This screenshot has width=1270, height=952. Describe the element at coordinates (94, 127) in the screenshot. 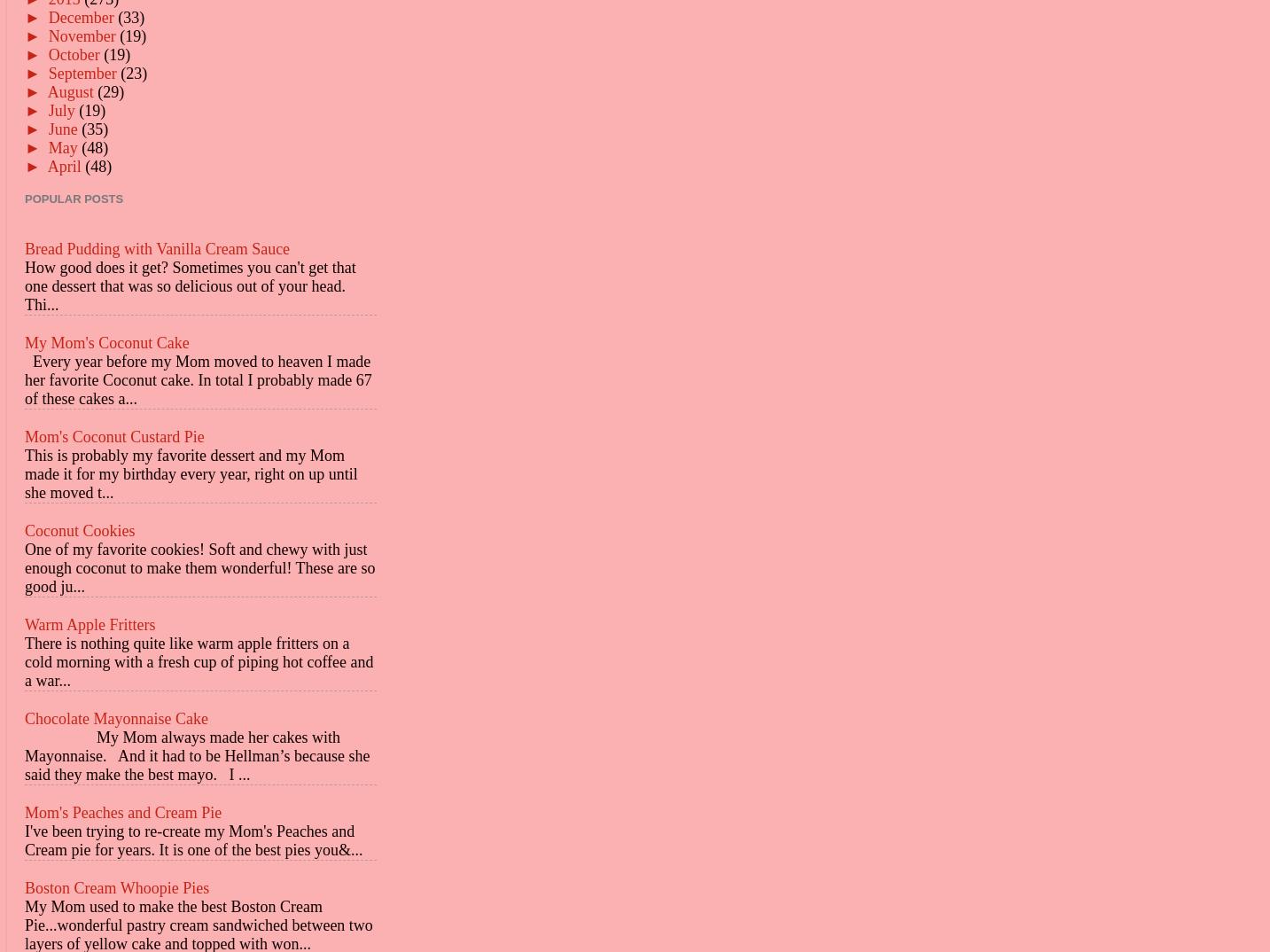

I see `'(35)'` at that location.